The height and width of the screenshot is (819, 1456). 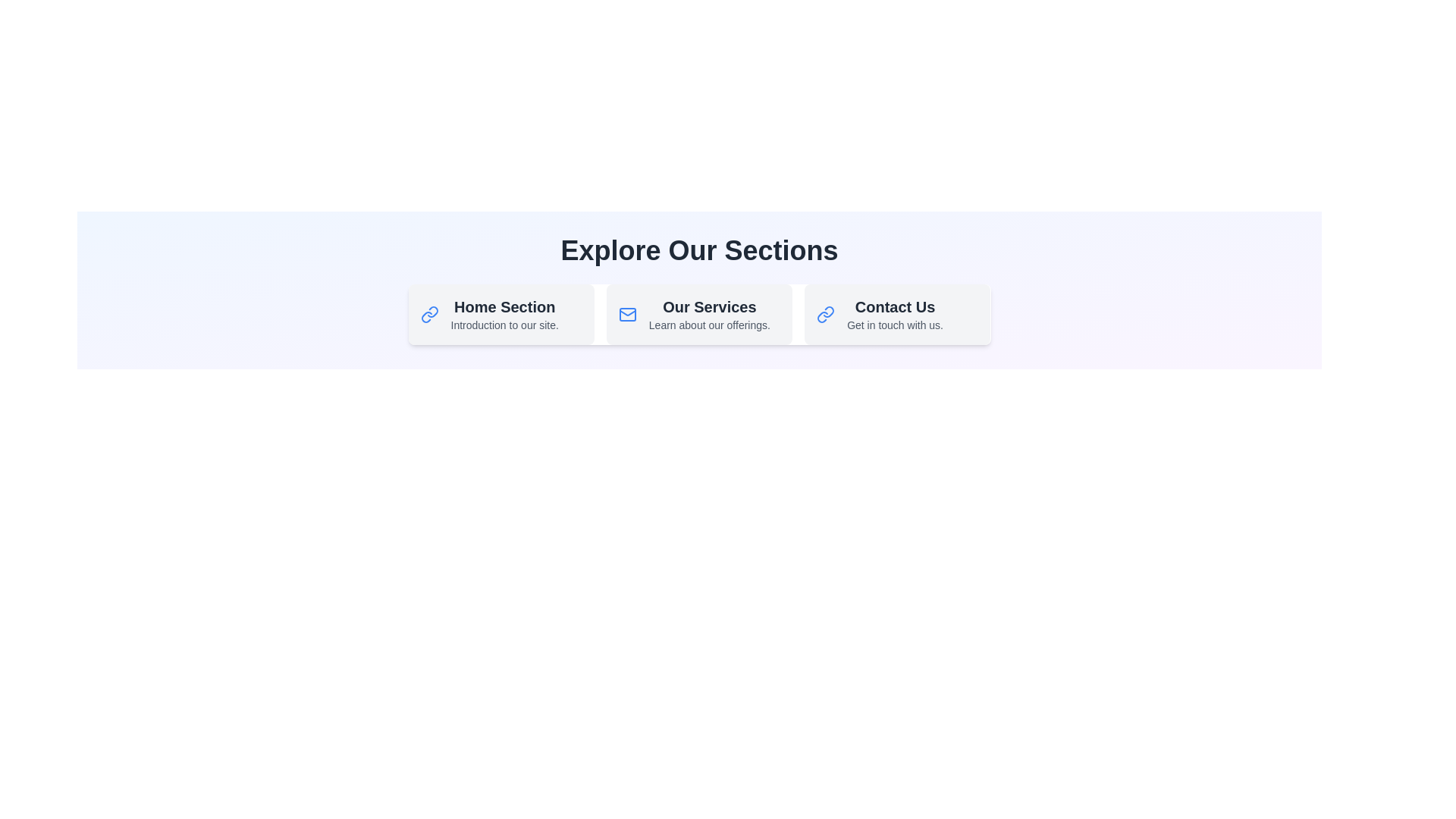 I want to click on the 'Contact Us' header label, which serves as a concise identifier for its section, positioned at the top of the 'Contact Us' area, so click(x=895, y=307).